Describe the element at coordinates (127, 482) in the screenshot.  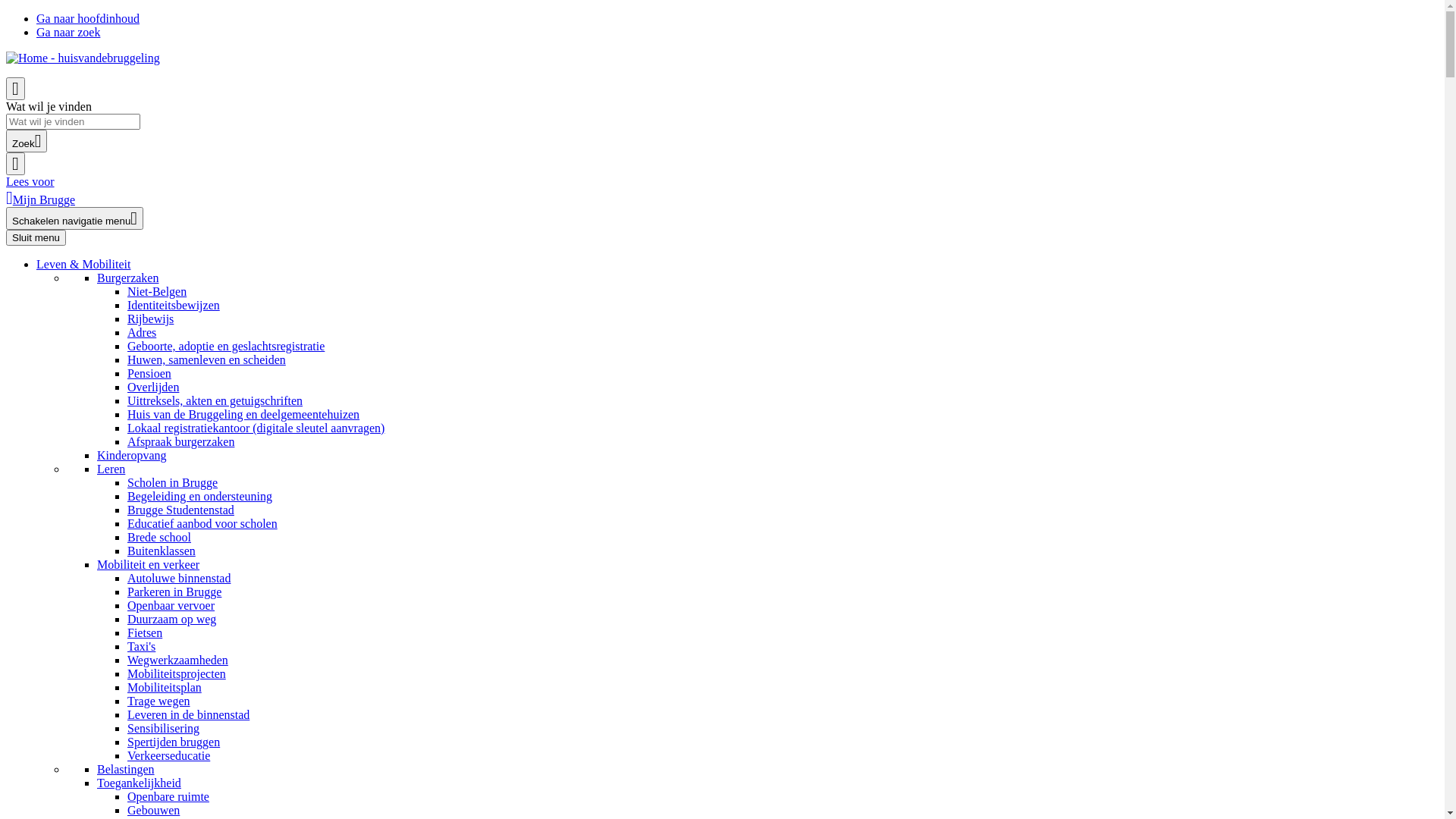
I see `'Scholen in Brugge'` at that location.